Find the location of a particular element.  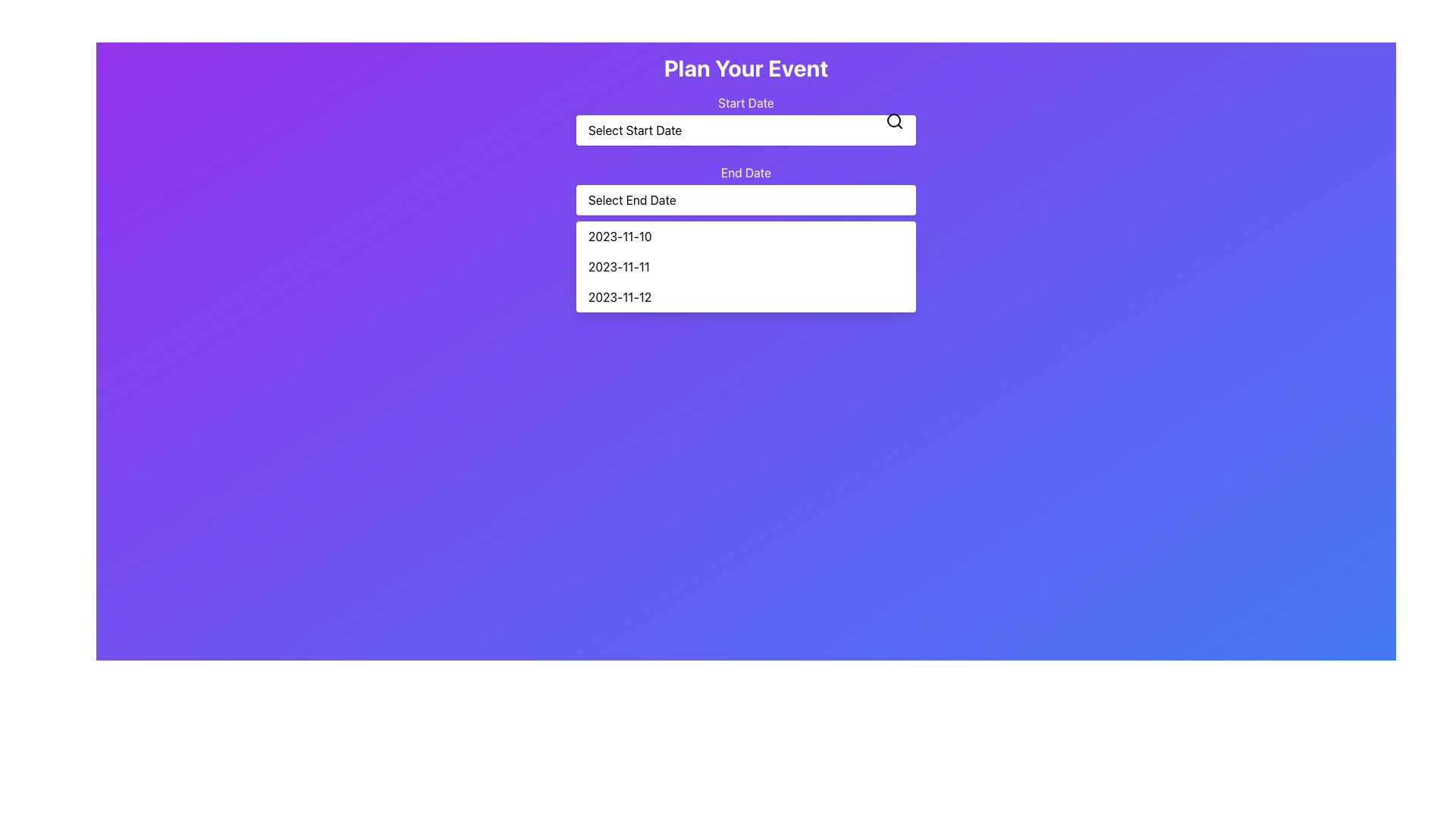

the dropdown list item displaying the date '2023-11-10' is located at coordinates (745, 237).